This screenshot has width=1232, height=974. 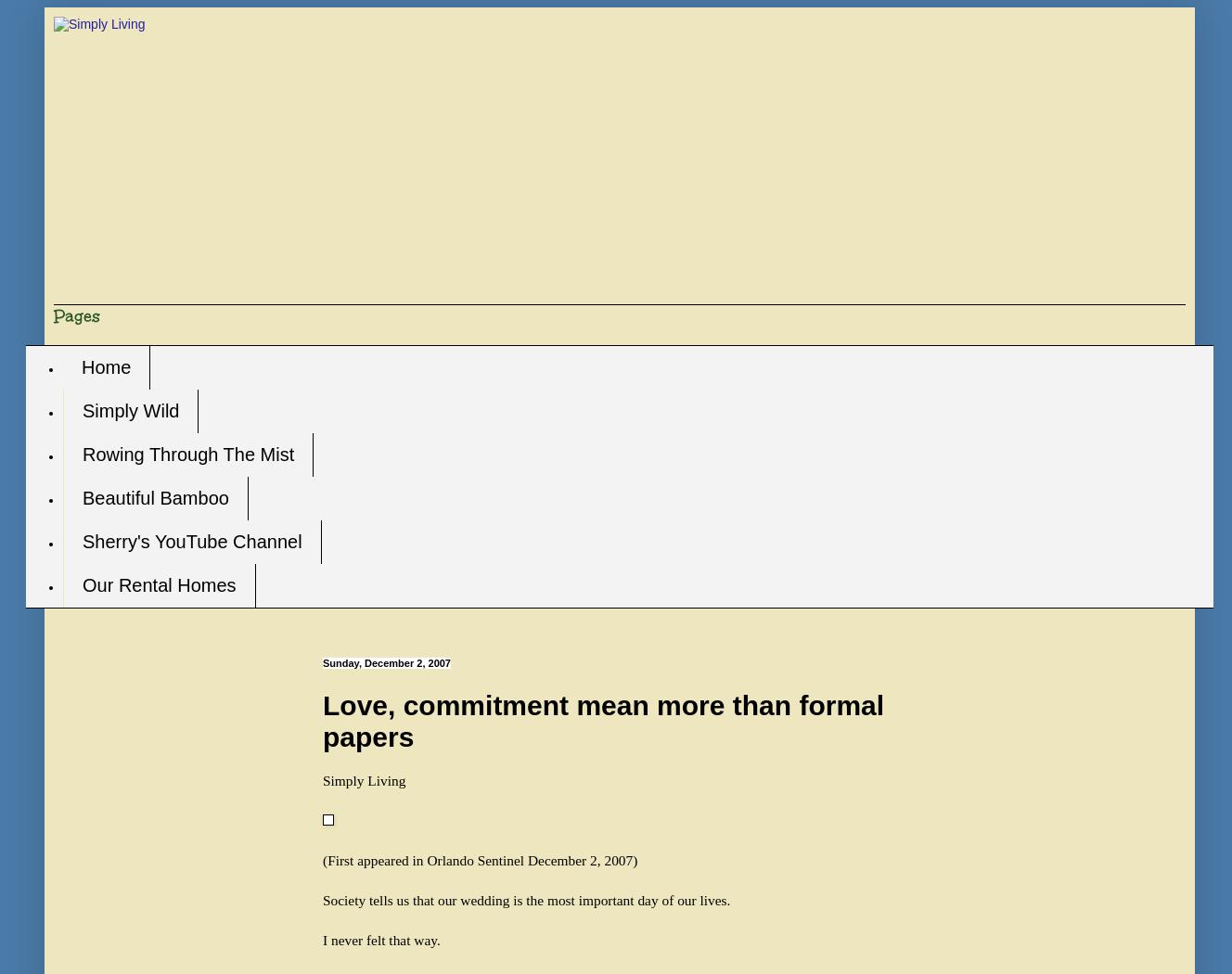 What do you see at coordinates (525, 898) in the screenshot?
I see `'Society tells us that our wedding is the most important day of our lives.'` at bounding box center [525, 898].